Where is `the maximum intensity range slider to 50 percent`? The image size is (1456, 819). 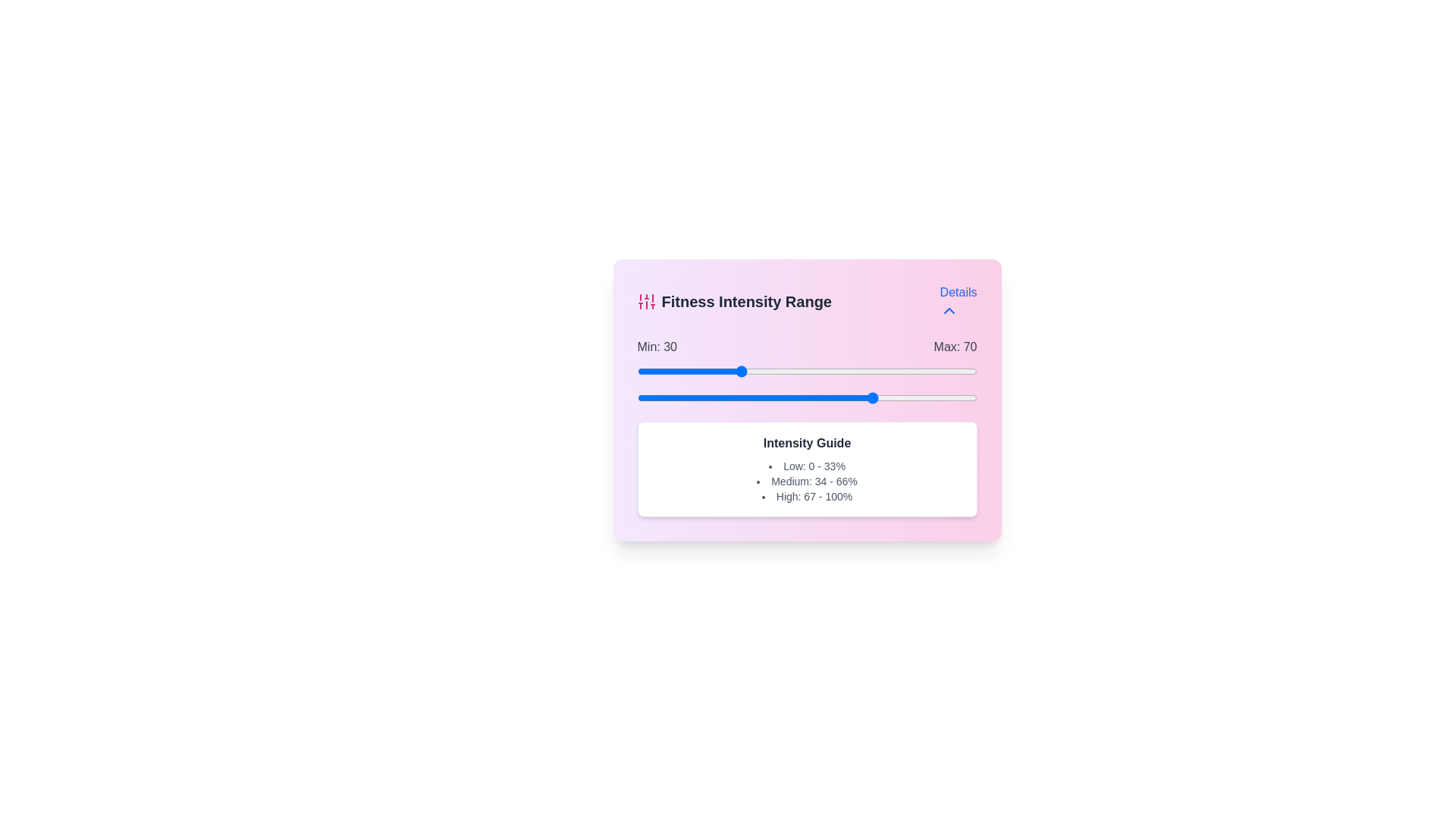
the maximum intensity range slider to 50 percent is located at coordinates (806, 397).